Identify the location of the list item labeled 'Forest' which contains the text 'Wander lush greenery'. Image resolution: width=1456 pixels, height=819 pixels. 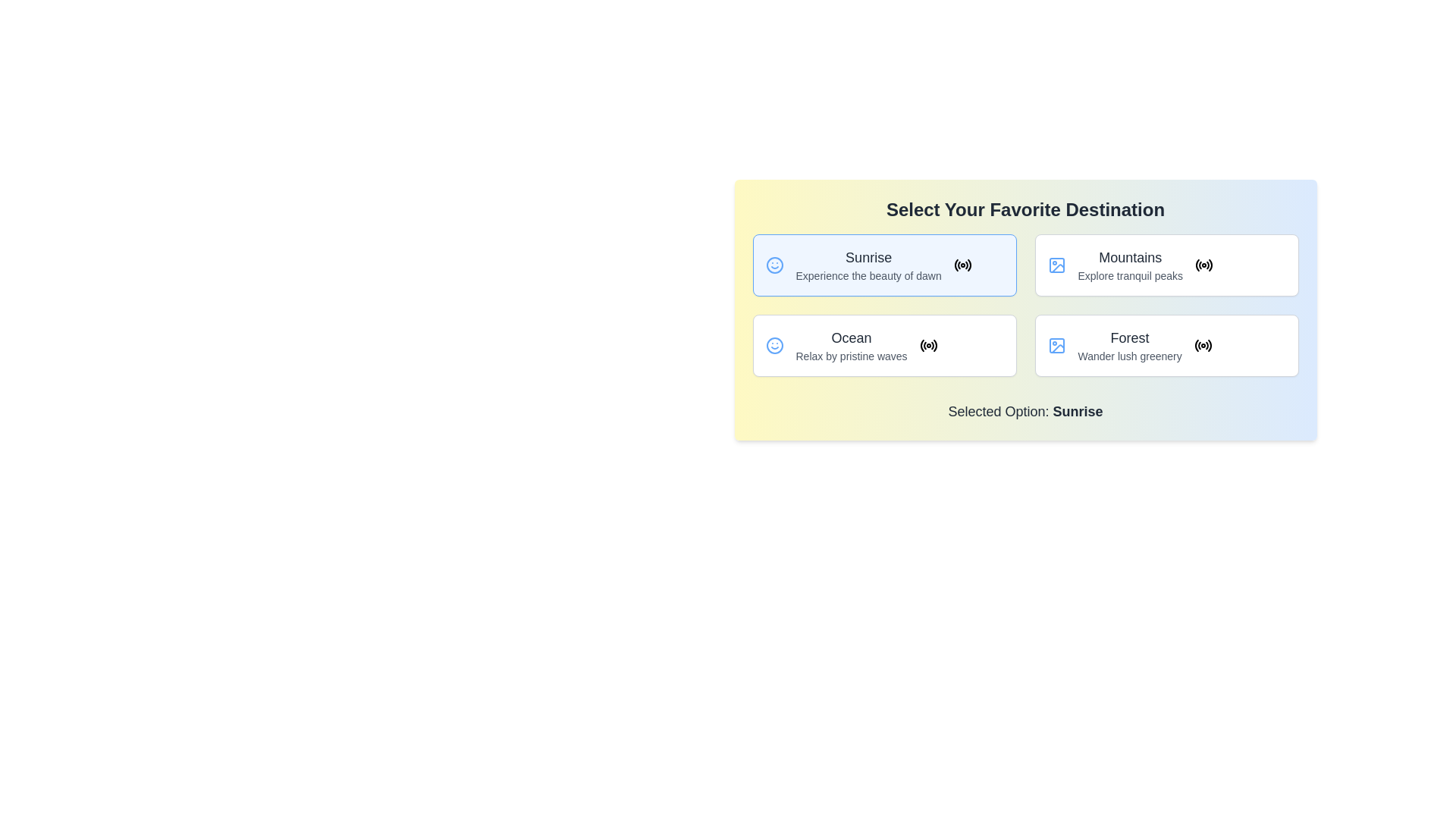
(1130, 345).